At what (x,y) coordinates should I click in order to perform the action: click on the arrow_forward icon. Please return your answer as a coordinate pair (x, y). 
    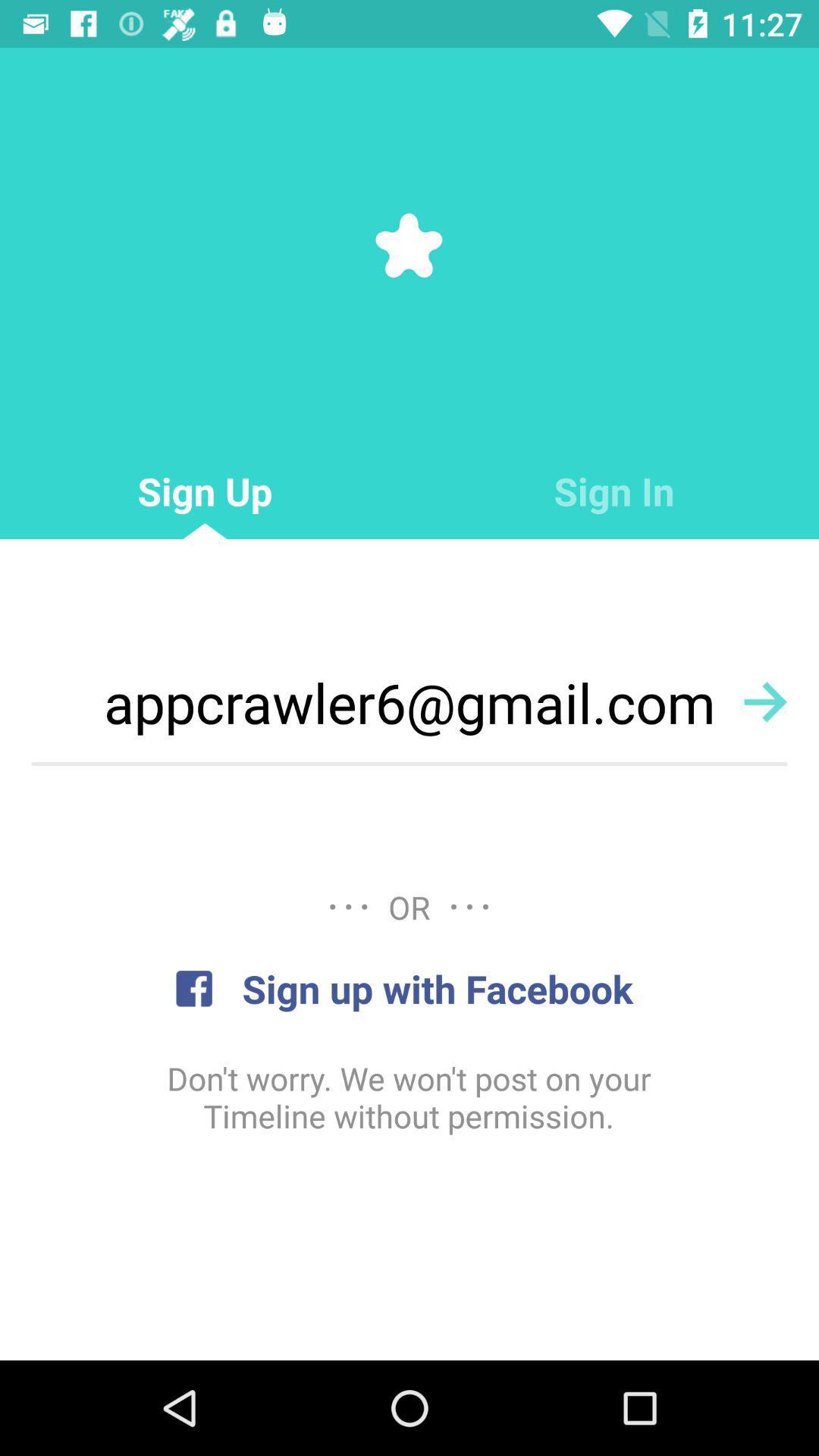
    Looking at the image, I should click on (765, 701).